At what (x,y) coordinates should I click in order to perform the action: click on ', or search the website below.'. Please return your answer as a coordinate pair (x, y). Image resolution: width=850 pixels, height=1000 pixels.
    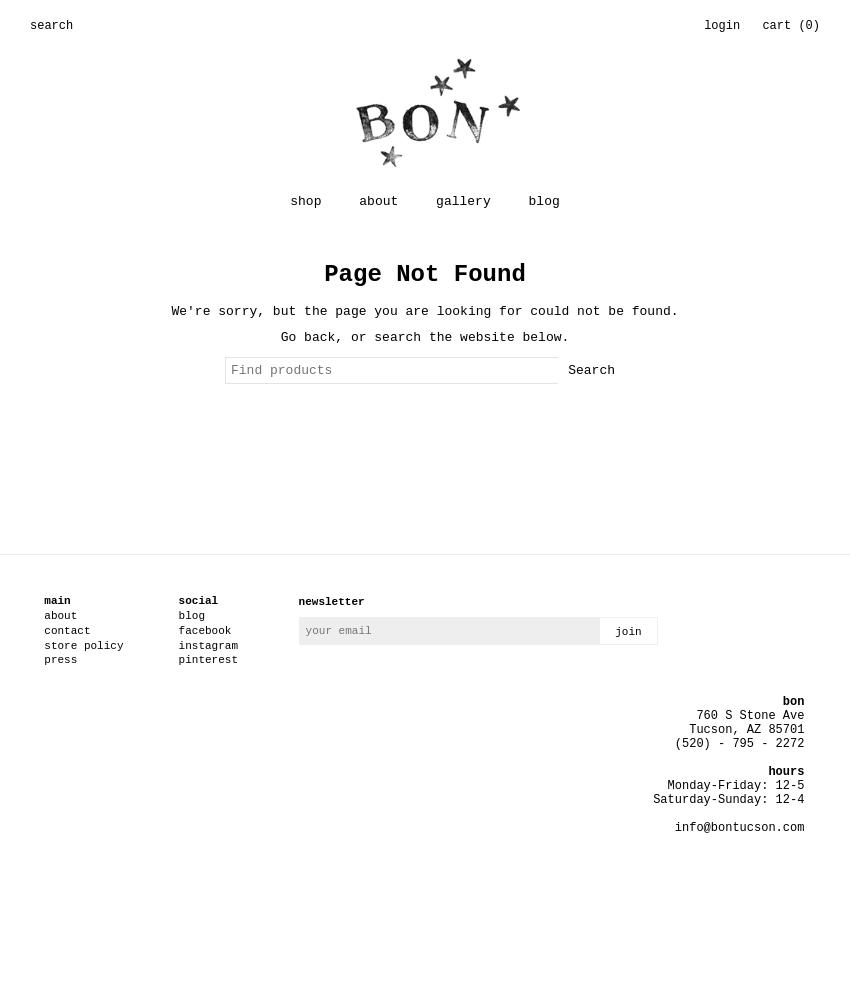
    Looking at the image, I should click on (451, 335).